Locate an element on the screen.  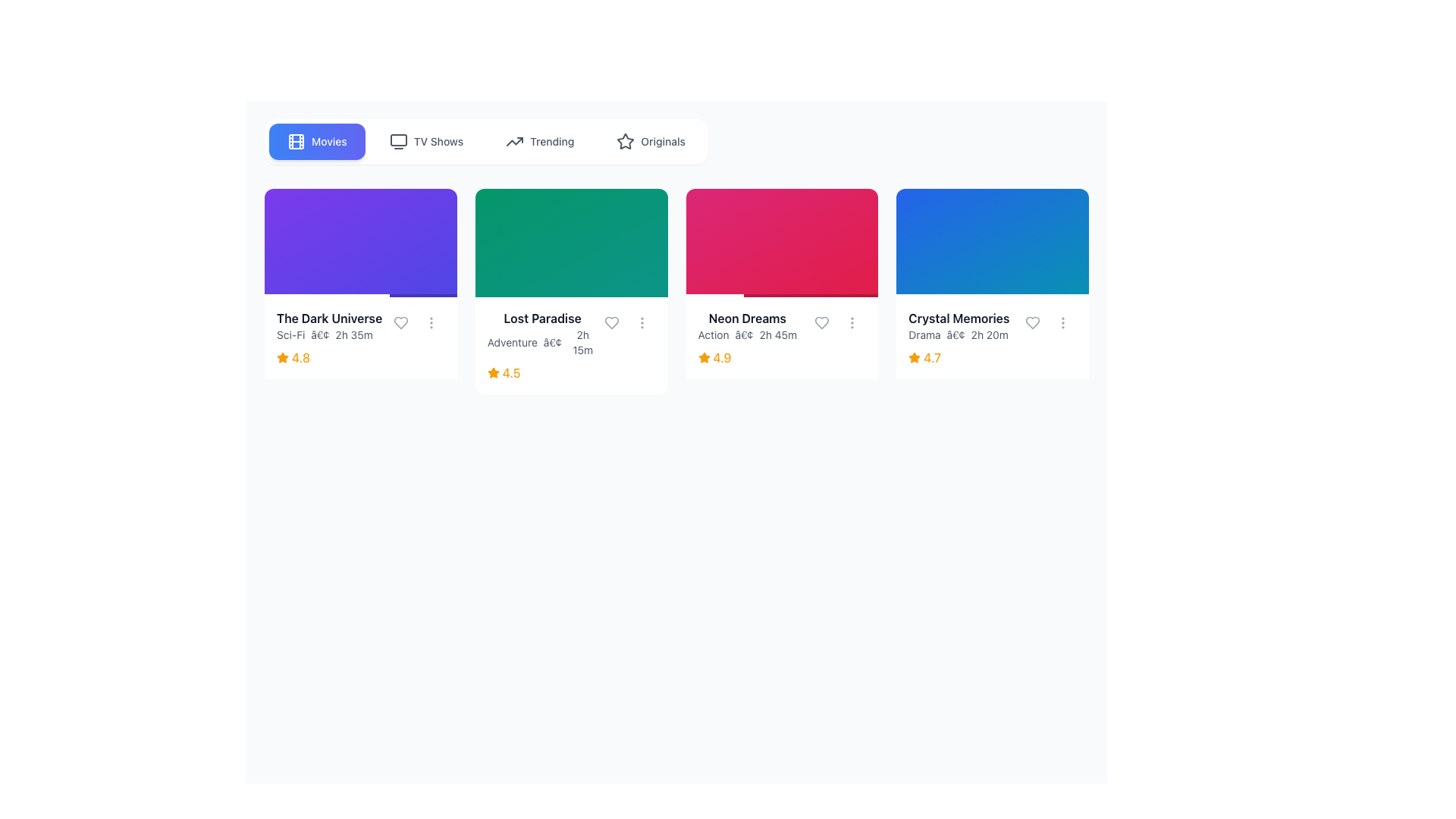
the text block that serves as the title and description area for the movie, located at the bottom-center of the second card in a series of four cards, just above the star rating is located at coordinates (542, 332).